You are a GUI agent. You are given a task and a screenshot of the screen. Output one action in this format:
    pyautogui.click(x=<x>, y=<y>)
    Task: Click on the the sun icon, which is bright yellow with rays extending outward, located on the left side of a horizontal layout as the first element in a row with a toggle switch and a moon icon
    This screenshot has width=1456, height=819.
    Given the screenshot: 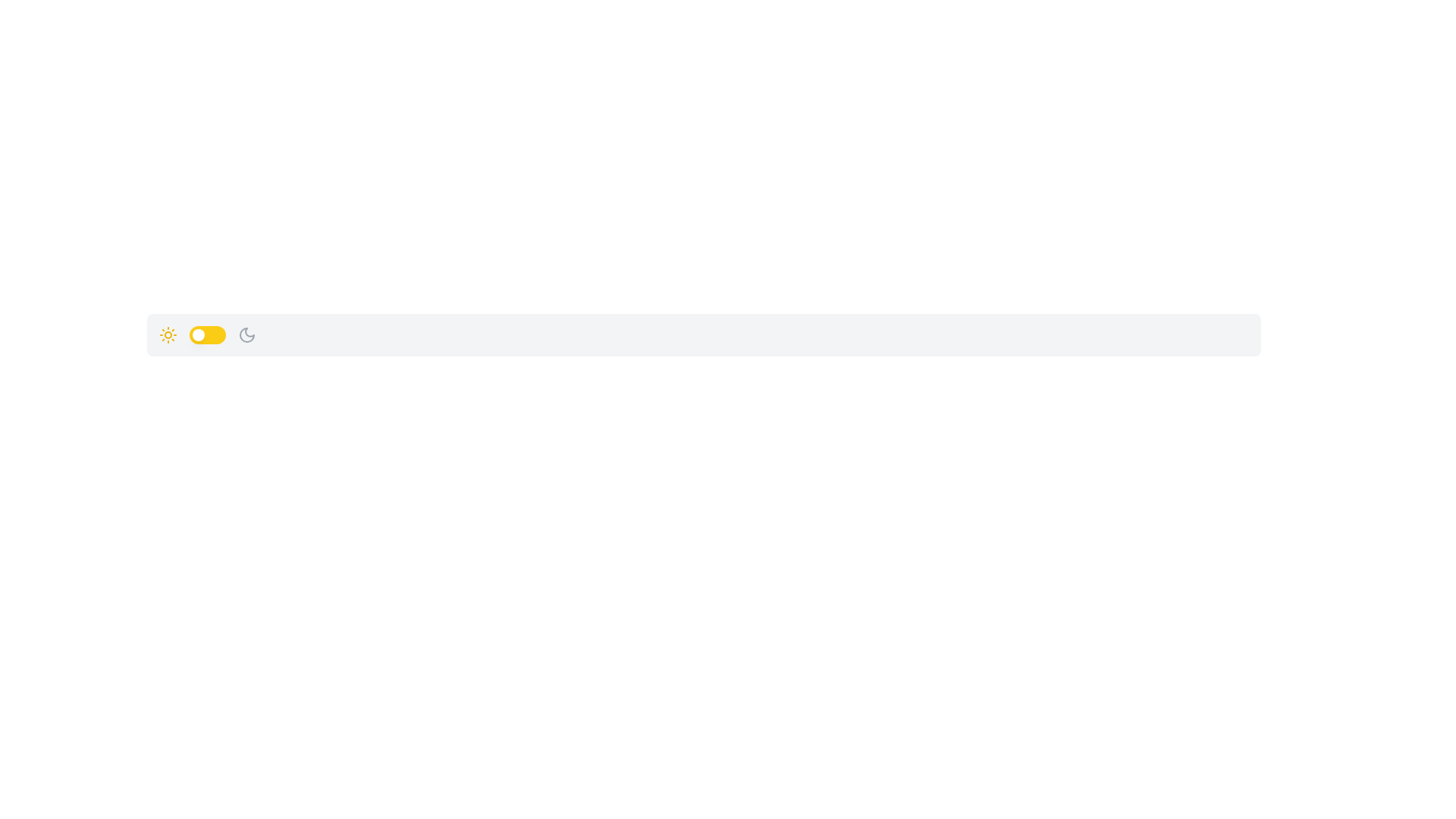 What is the action you would take?
    pyautogui.click(x=168, y=334)
    